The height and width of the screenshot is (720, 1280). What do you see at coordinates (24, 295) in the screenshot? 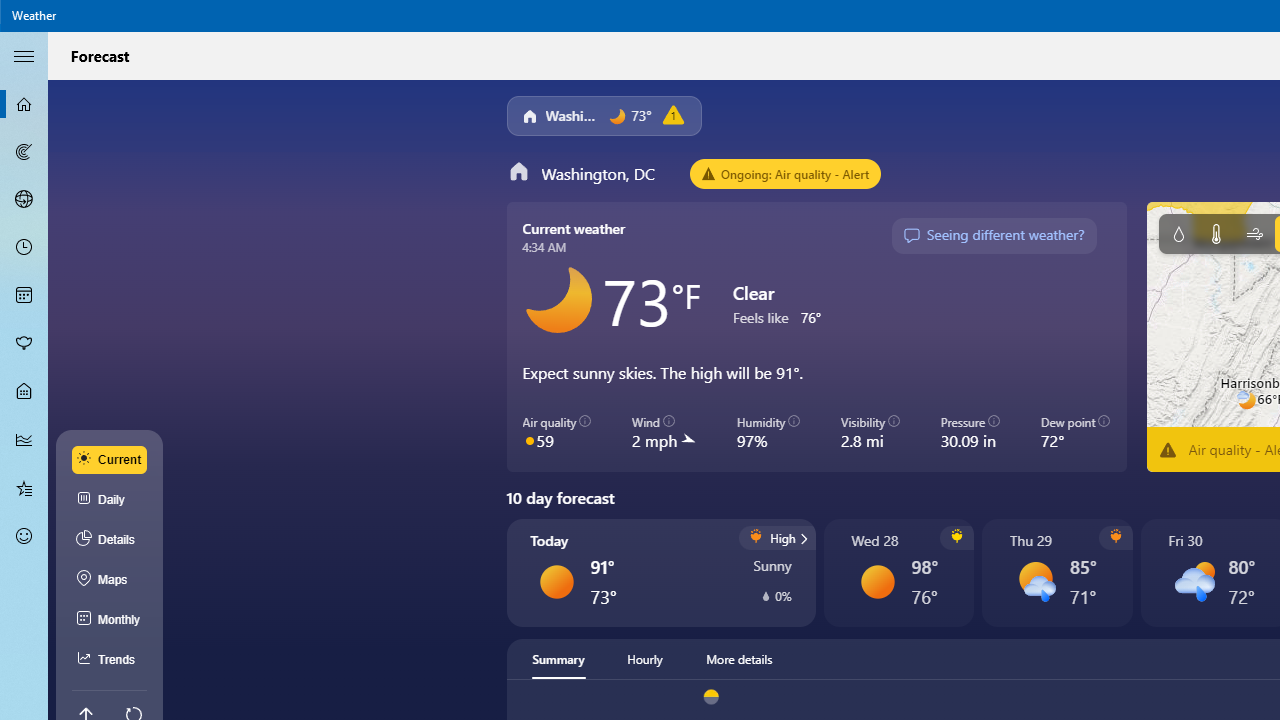
I see `'Monthly Forecast - Not Selected'` at bounding box center [24, 295].